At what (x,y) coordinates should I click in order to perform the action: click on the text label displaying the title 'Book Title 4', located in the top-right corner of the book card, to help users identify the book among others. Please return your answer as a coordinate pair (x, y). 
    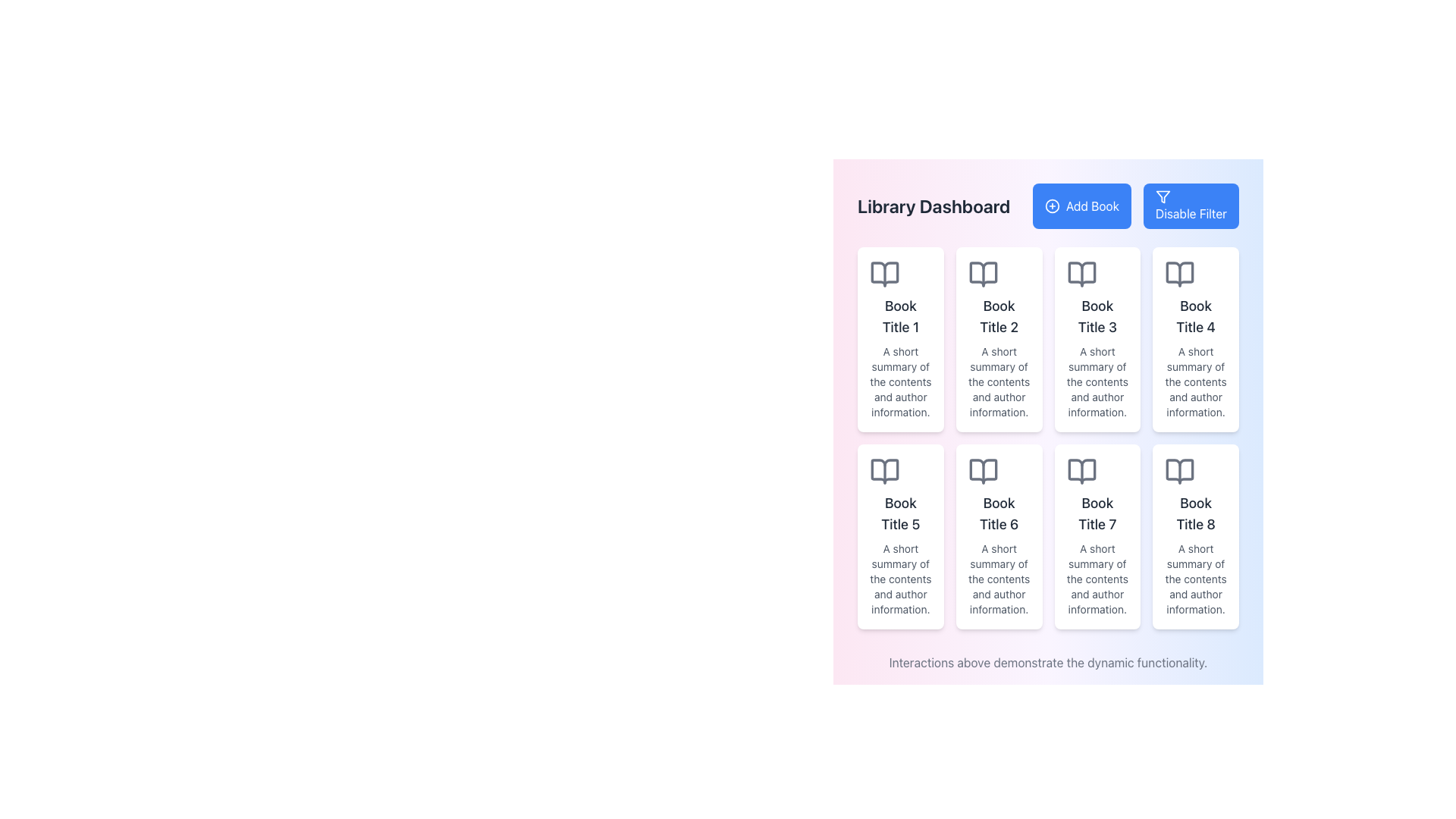
    Looking at the image, I should click on (1195, 315).